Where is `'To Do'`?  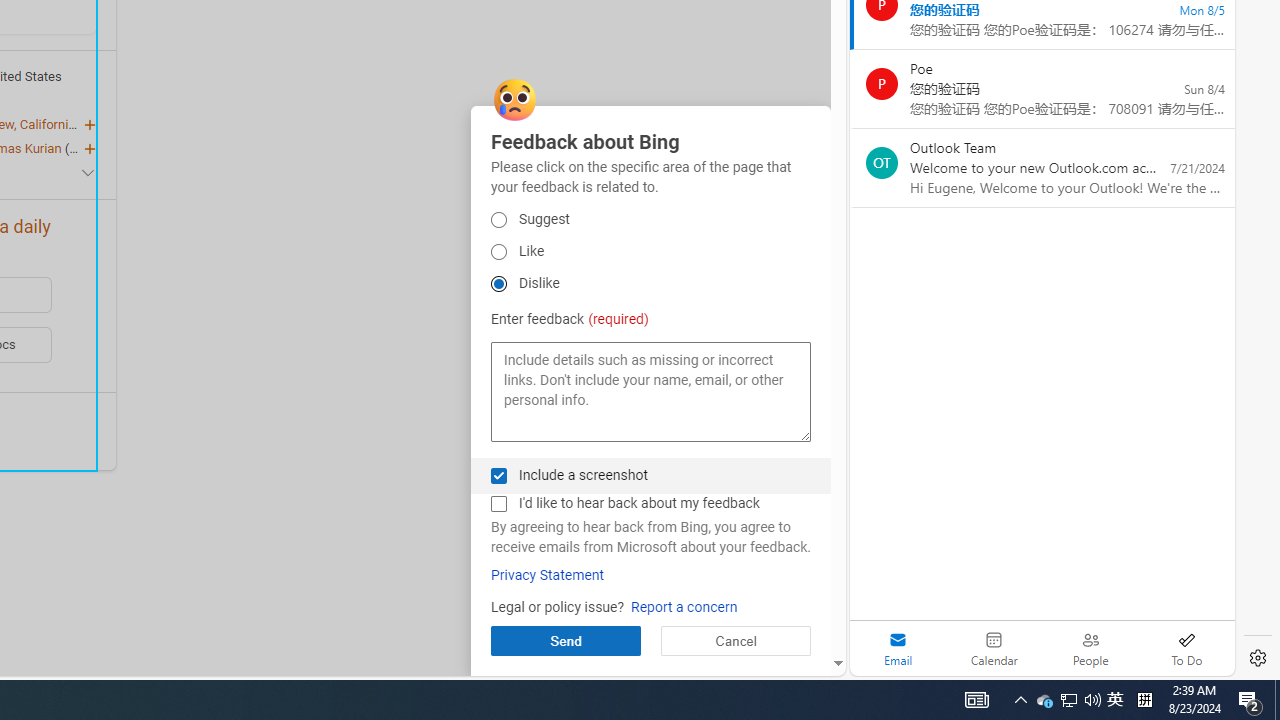
'To Do' is located at coordinates (1186, 648).